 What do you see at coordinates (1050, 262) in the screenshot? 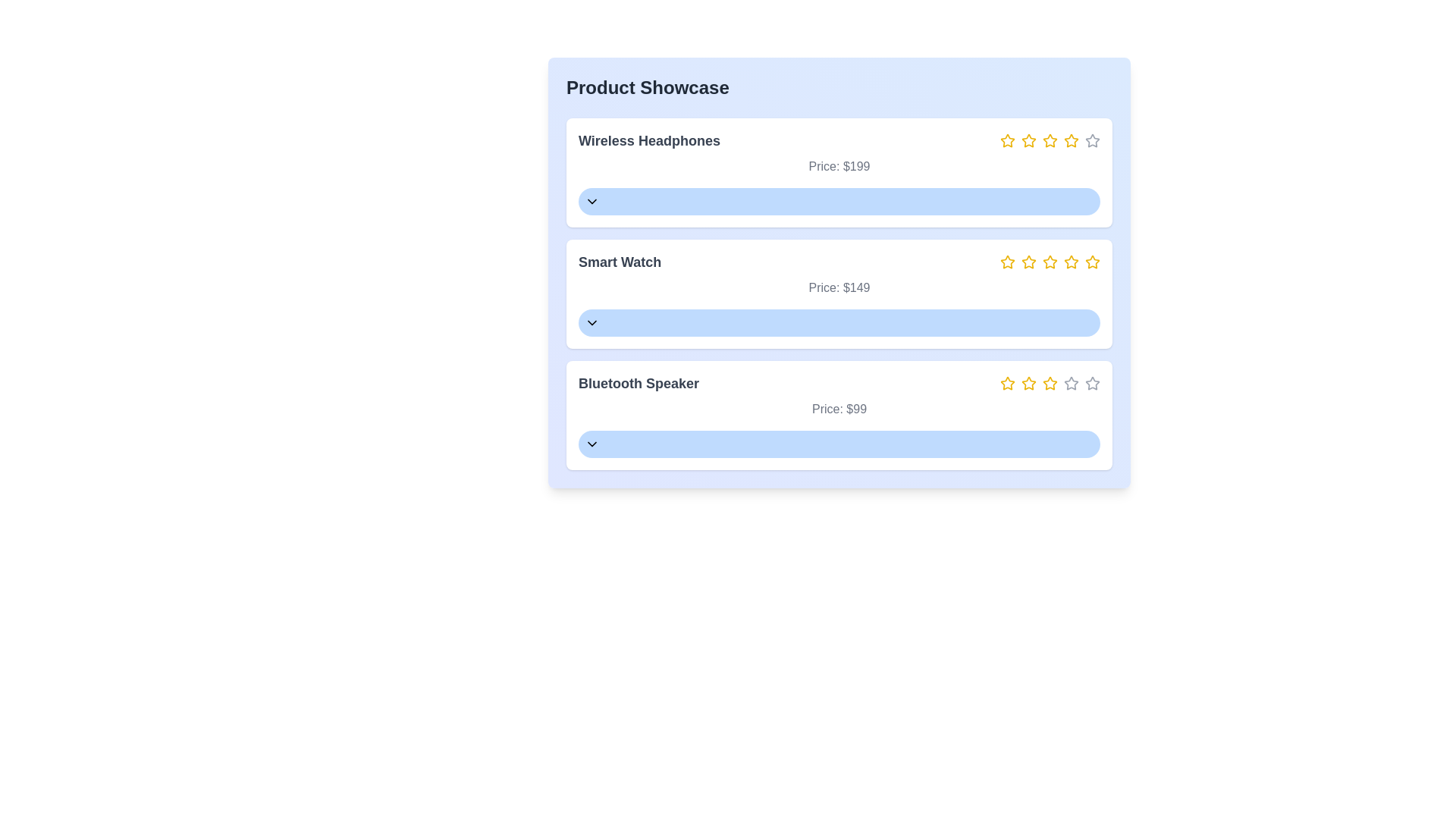
I see `the third star icon in the rating system located in the right section of the 'Smart Watch' card to indicate a rating` at bounding box center [1050, 262].